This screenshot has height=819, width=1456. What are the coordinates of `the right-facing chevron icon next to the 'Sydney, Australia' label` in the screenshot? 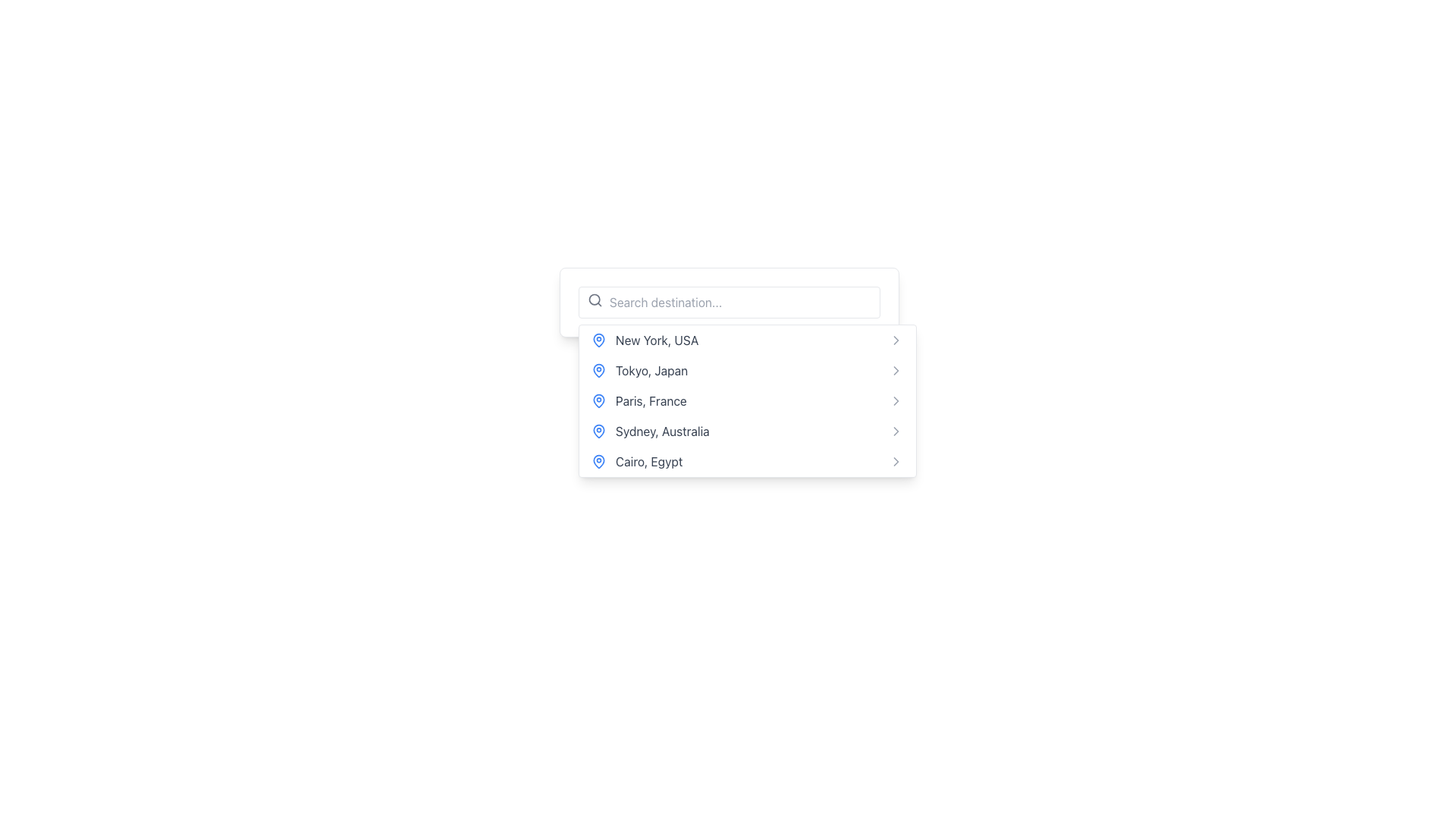 It's located at (896, 431).